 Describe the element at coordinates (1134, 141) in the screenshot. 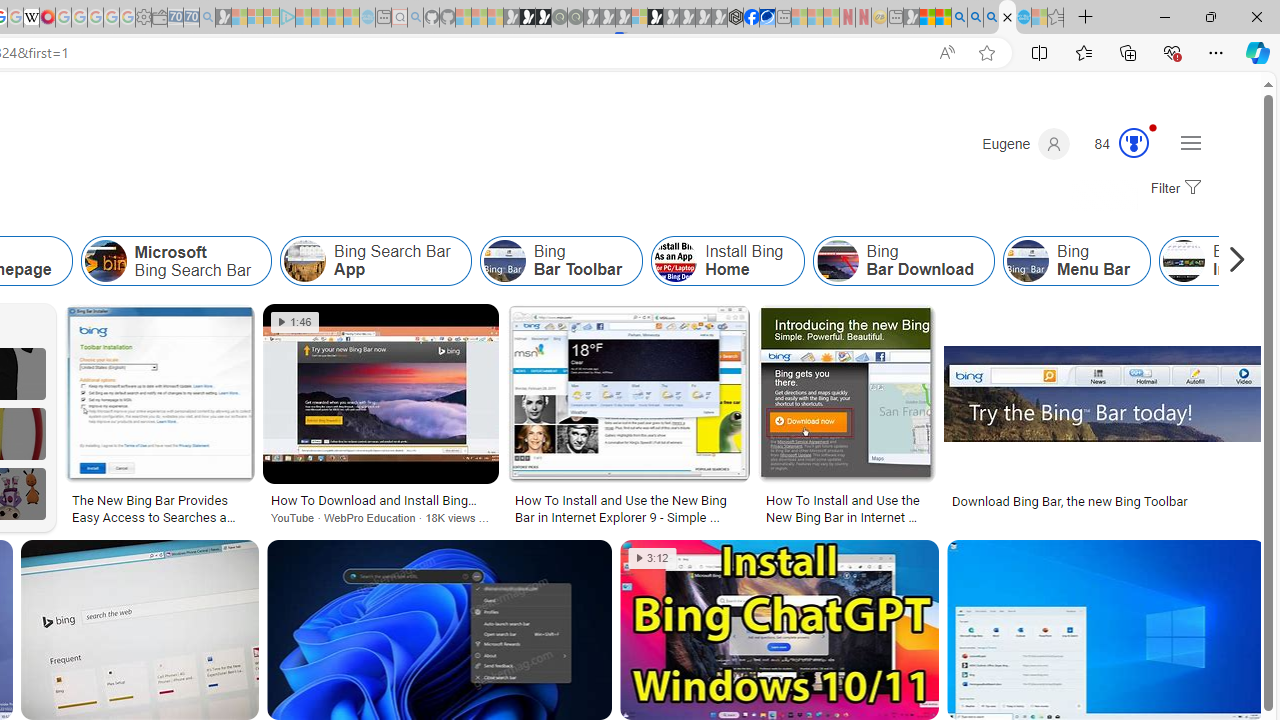

I see `'AutomationID: rh_meter'` at that location.